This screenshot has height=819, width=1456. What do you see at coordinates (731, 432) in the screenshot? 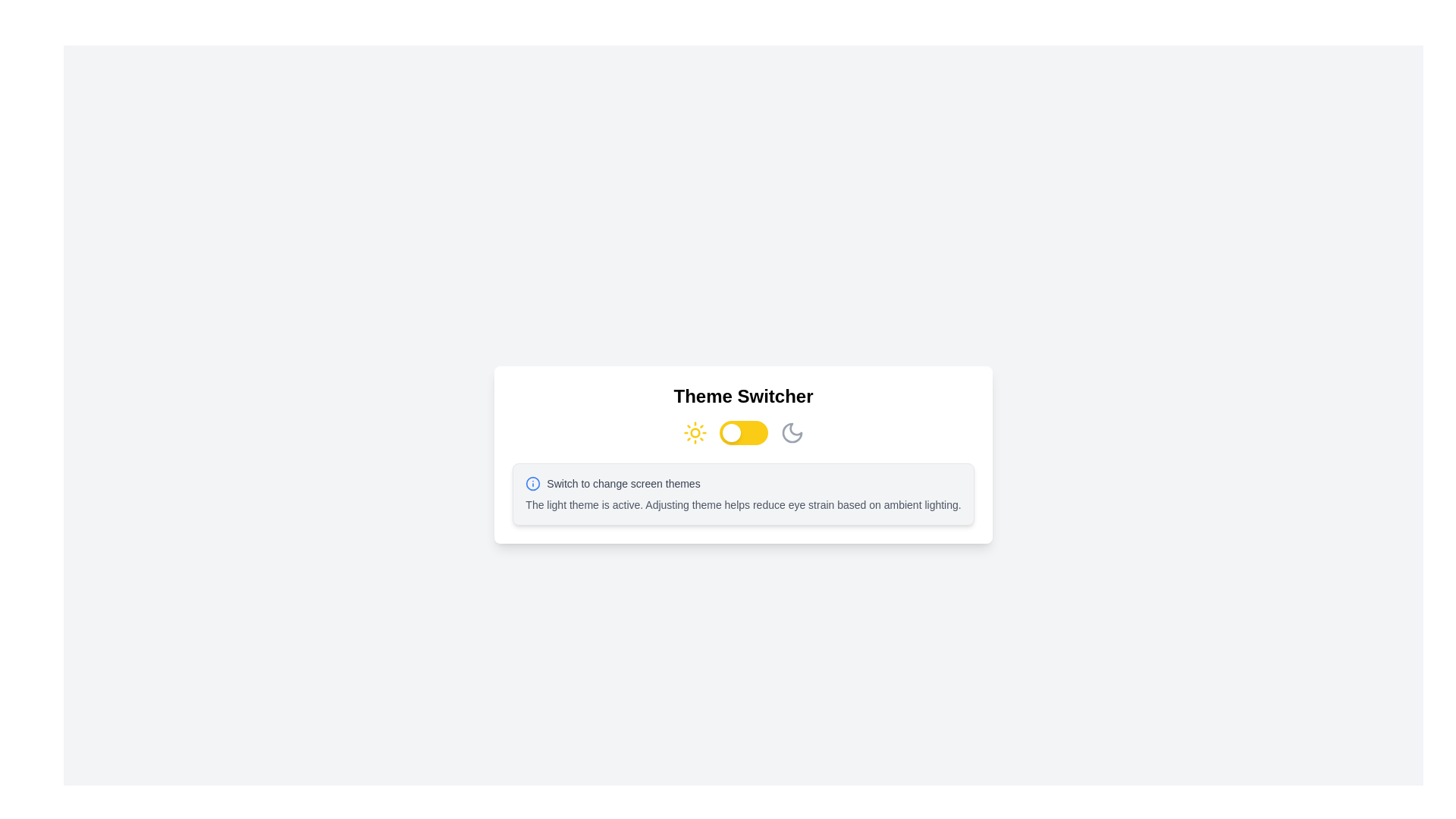
I see `the circular, white-colored toggle button from the left side of the yellow background switch` at bounding box center [731, 432].